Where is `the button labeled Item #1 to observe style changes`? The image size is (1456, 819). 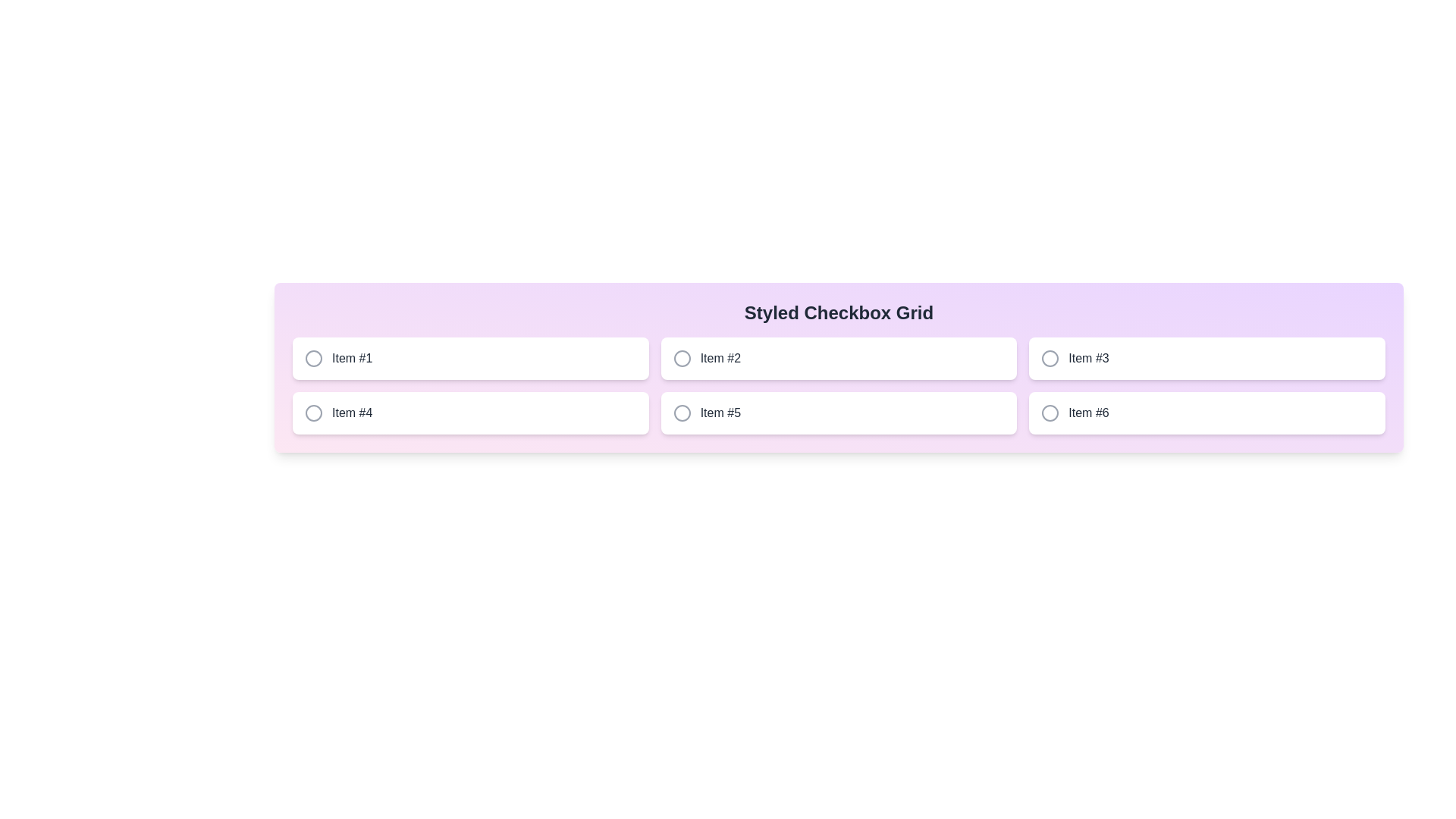 the button labeled Item #1 to observe style changes is located at coordinates (469, 359).